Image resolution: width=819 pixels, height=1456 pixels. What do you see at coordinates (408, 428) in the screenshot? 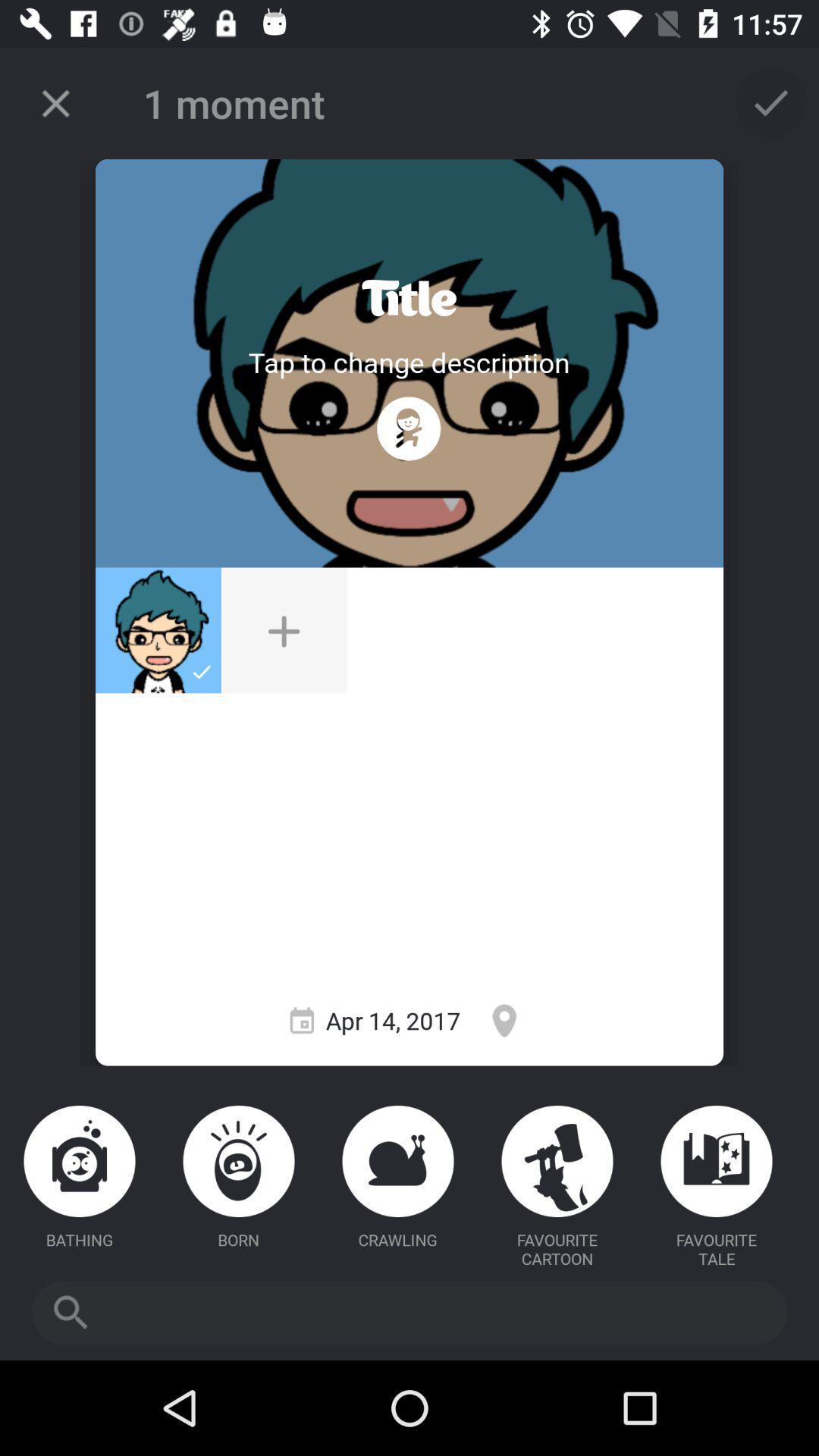
I see `icon above the apr 14, 2017 icon` at bounding box center [408, 428].